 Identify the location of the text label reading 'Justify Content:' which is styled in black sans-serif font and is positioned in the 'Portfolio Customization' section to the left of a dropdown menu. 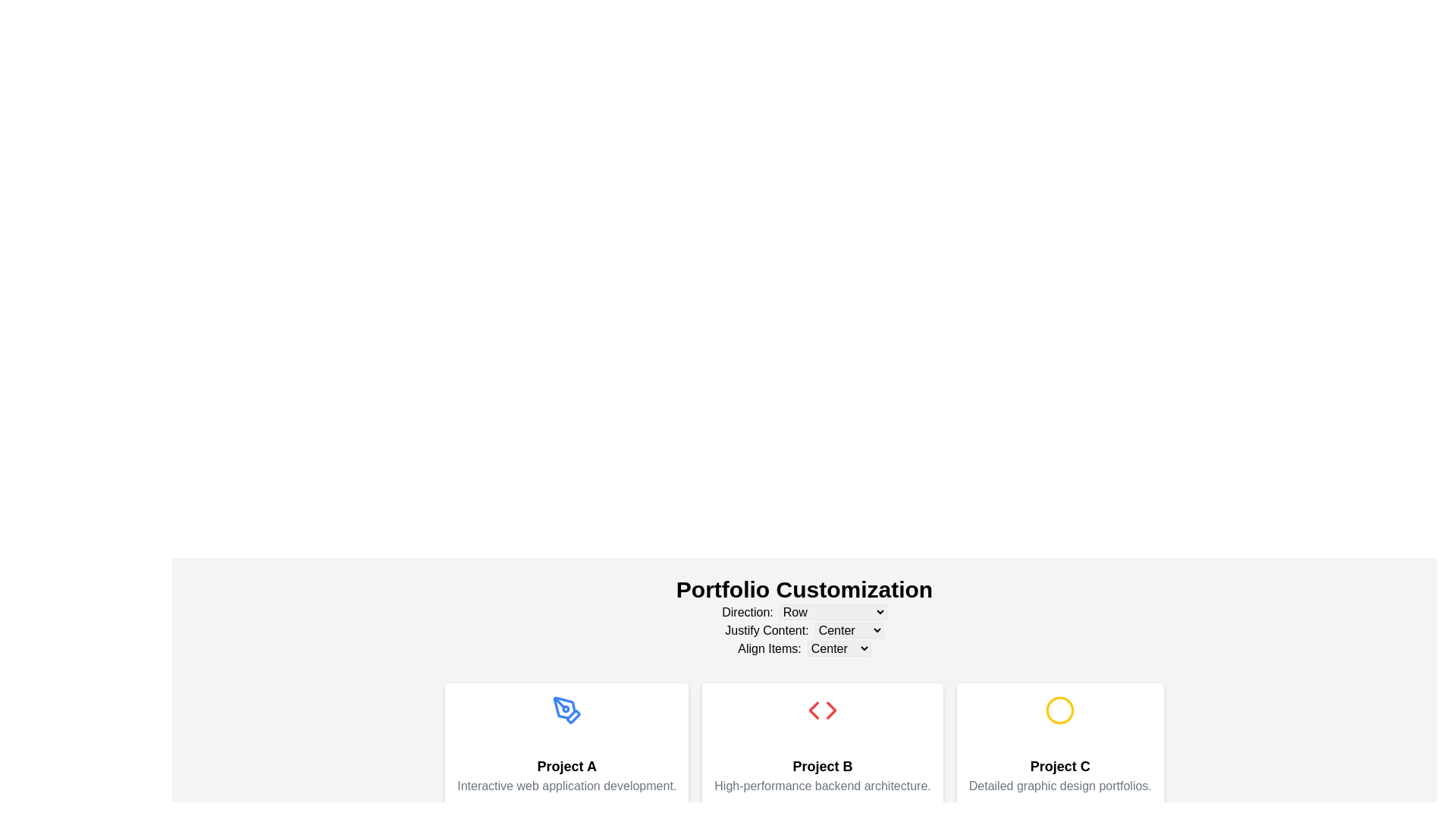
(767, 630).